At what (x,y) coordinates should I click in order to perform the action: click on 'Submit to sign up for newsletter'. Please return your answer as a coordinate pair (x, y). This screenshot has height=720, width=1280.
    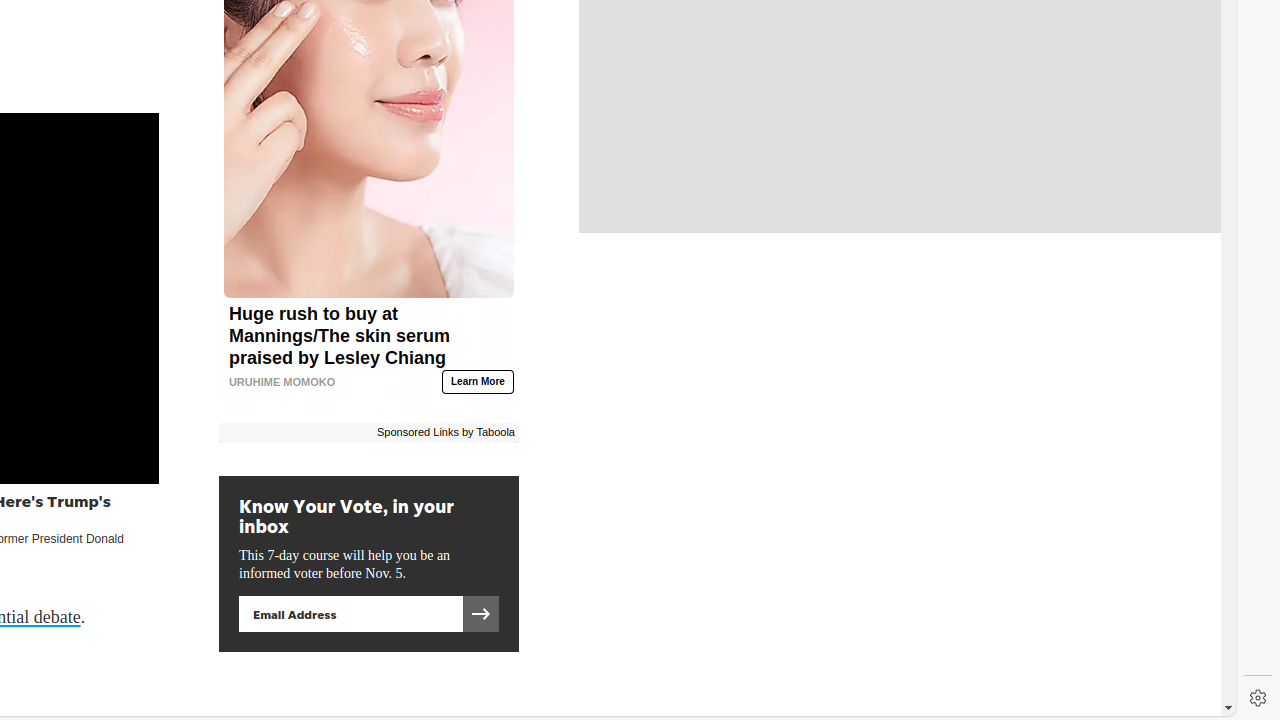
    Looking at the image, I should click on (480, 613).